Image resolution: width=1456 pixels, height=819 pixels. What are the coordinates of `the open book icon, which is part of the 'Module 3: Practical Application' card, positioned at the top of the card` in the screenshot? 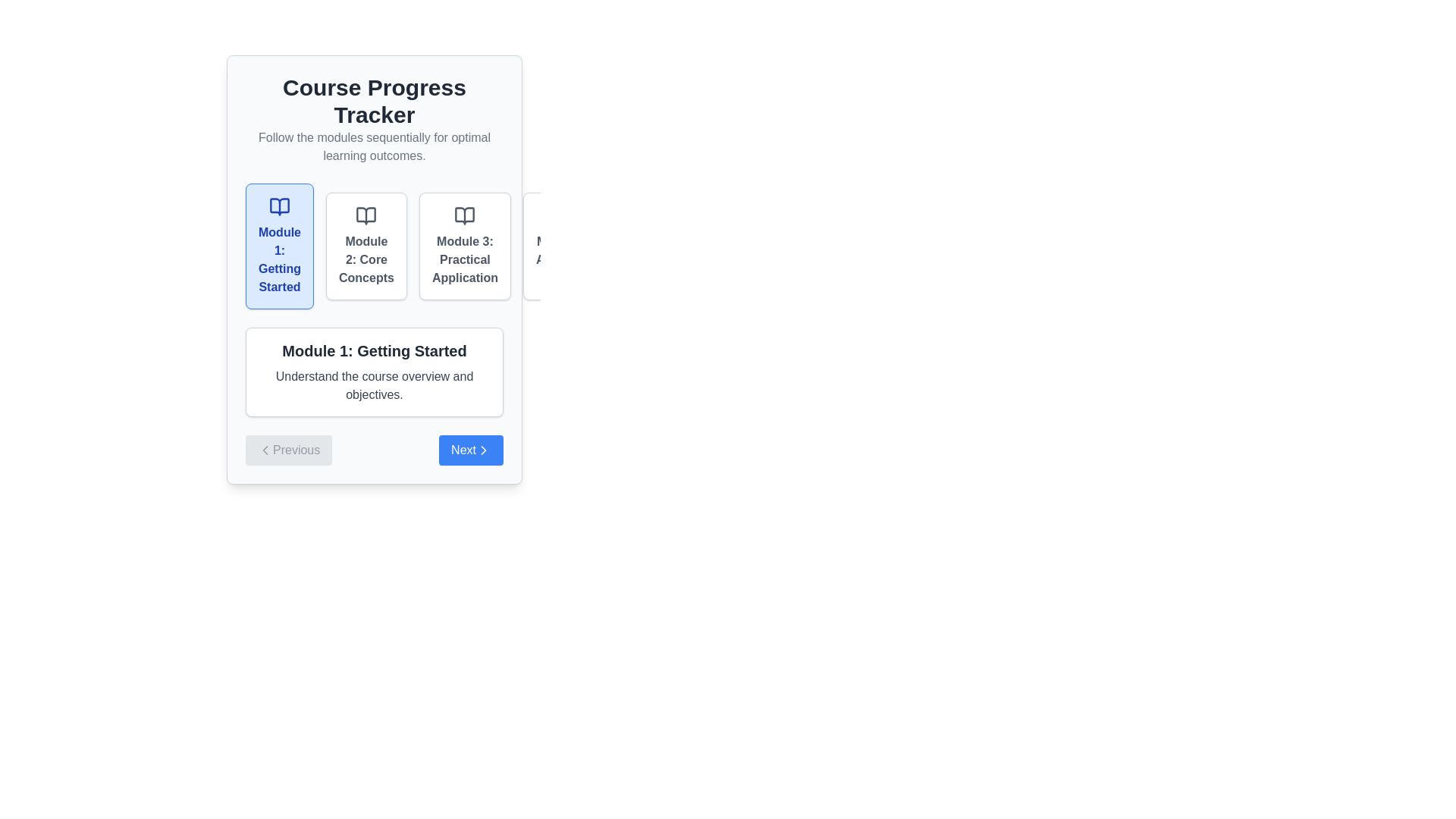 It's located at (464, 216).